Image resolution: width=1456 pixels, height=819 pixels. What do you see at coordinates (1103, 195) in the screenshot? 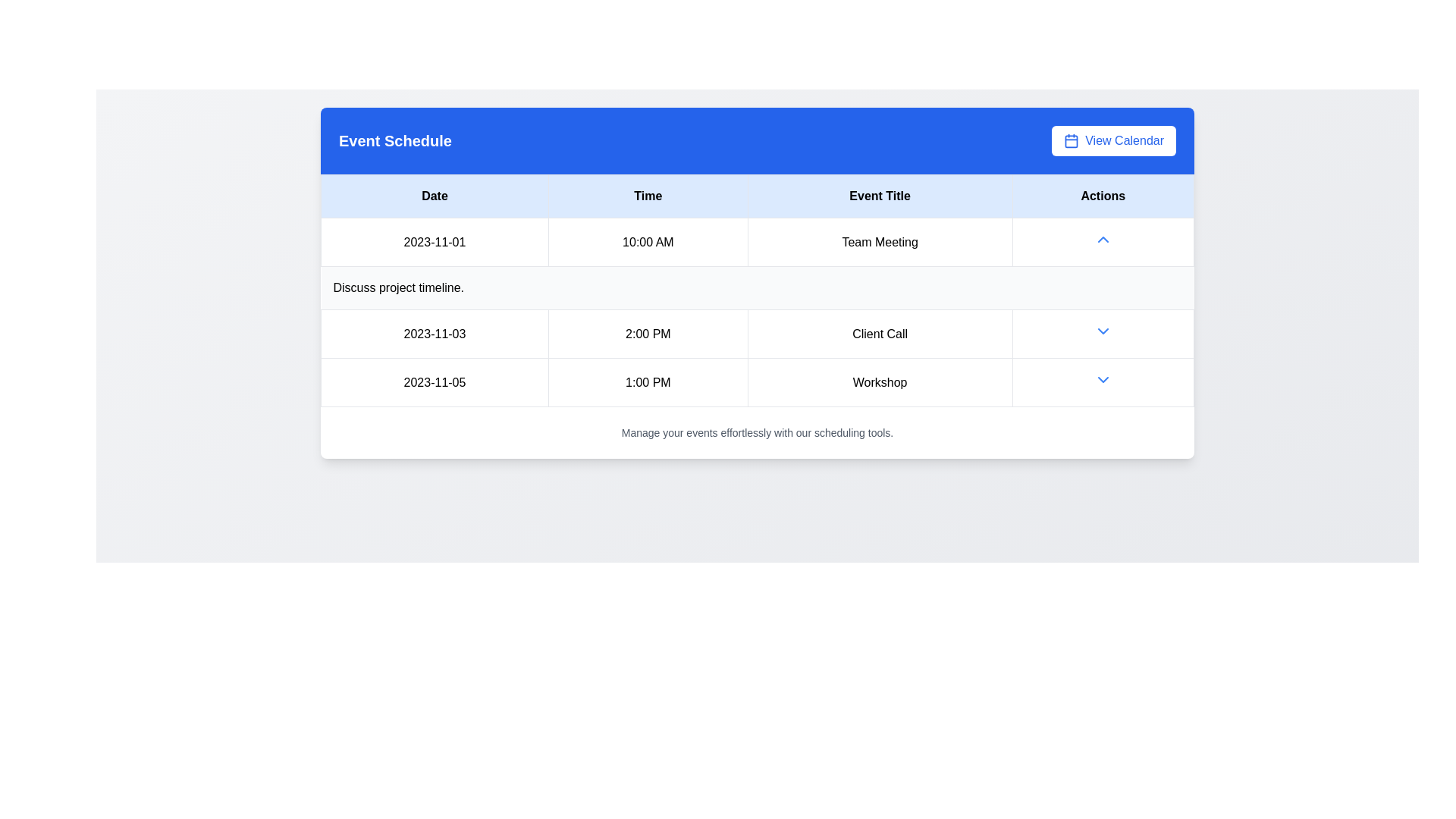
I see `the 'Actions' table header cell, which is the fourth cell in the header row with bold black text on a light blue background` at bounding box center [1103, 195].